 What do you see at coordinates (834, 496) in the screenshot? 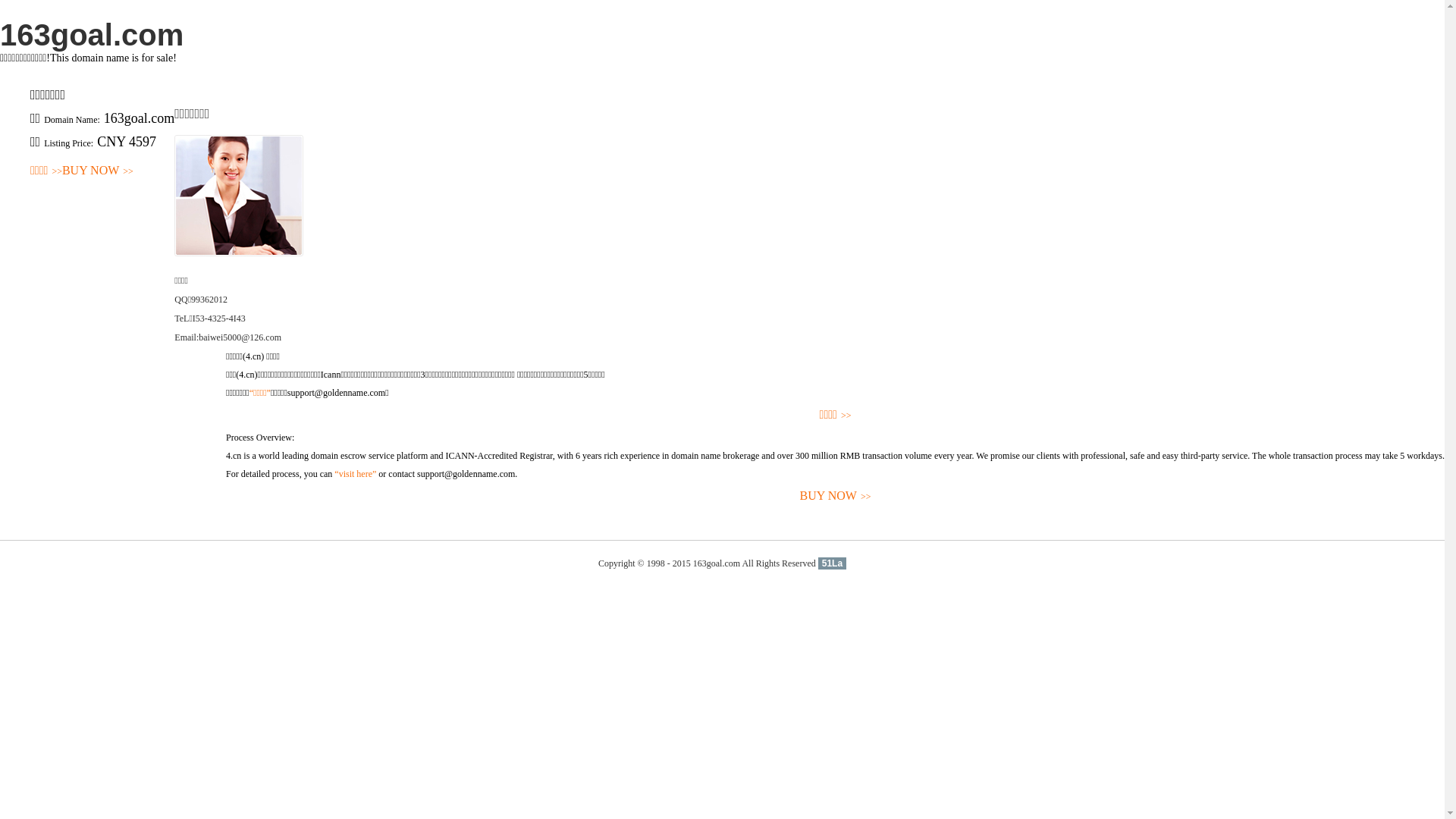
I see `'BUY NOW>>'` at bounding box center [834, 496].